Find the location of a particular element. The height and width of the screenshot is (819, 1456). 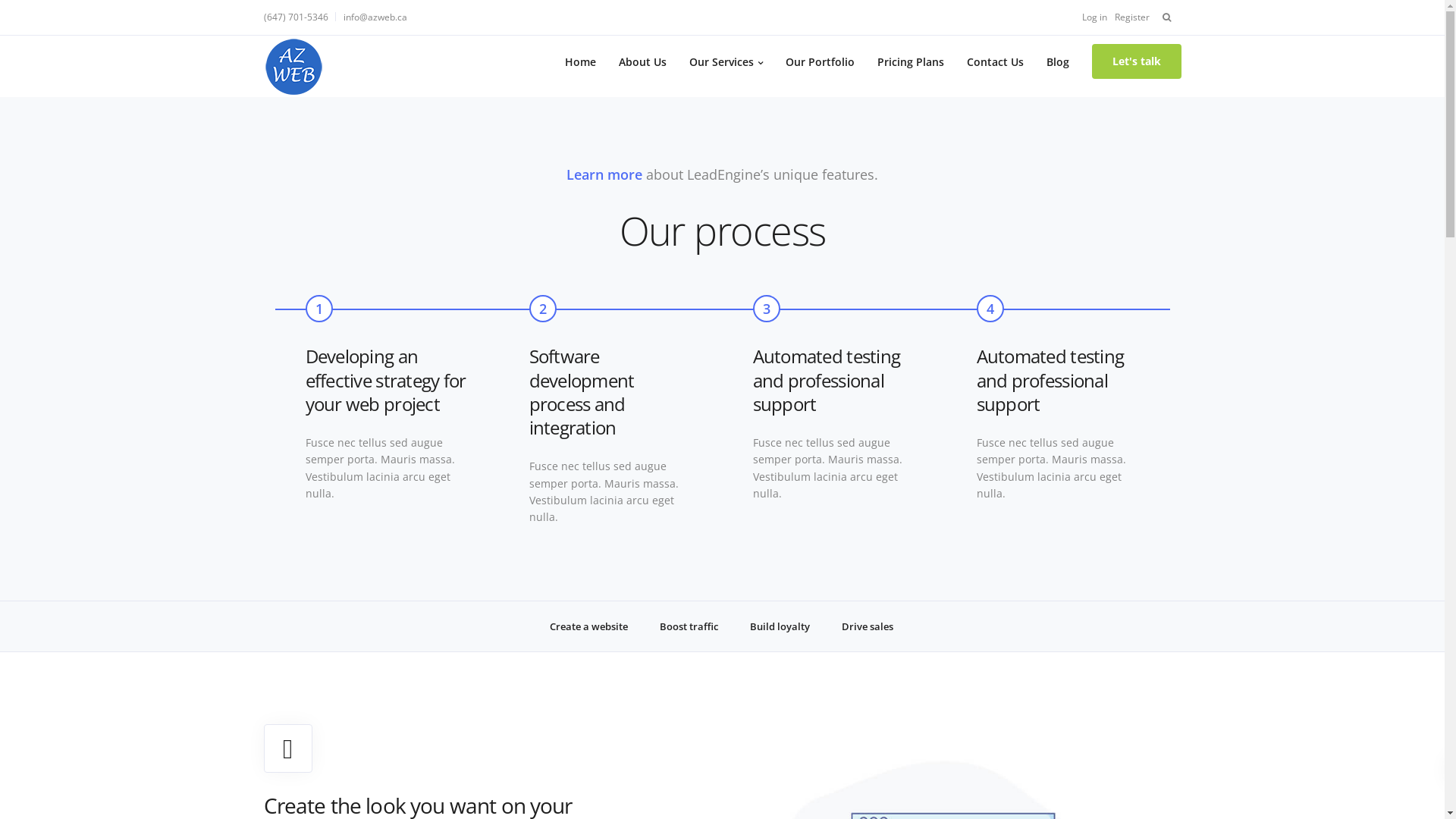

'Create a website' is located at coordinates (588, 626).